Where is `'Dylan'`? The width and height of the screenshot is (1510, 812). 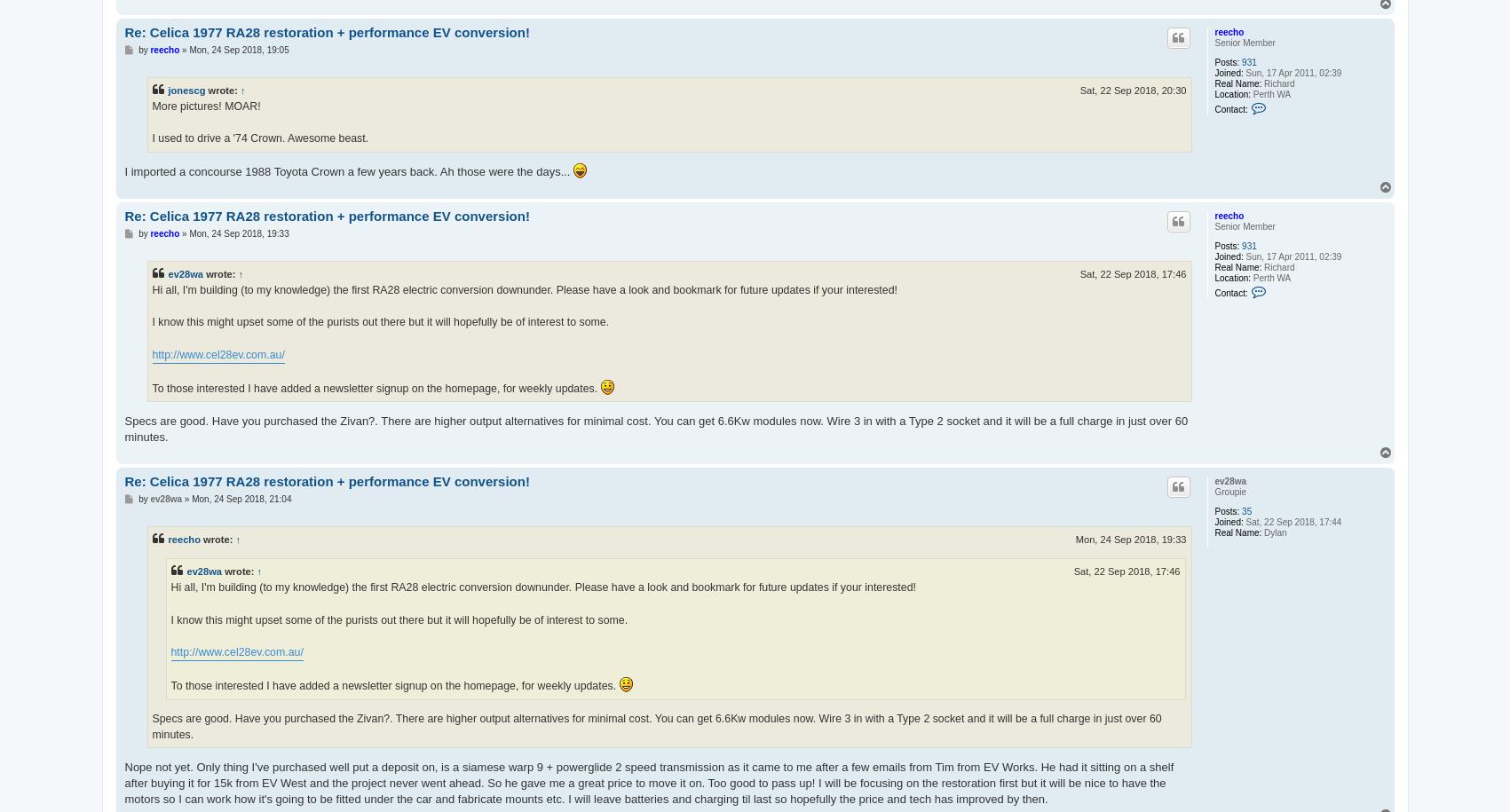
'Dylan' is located at coordinates (1272, 531).